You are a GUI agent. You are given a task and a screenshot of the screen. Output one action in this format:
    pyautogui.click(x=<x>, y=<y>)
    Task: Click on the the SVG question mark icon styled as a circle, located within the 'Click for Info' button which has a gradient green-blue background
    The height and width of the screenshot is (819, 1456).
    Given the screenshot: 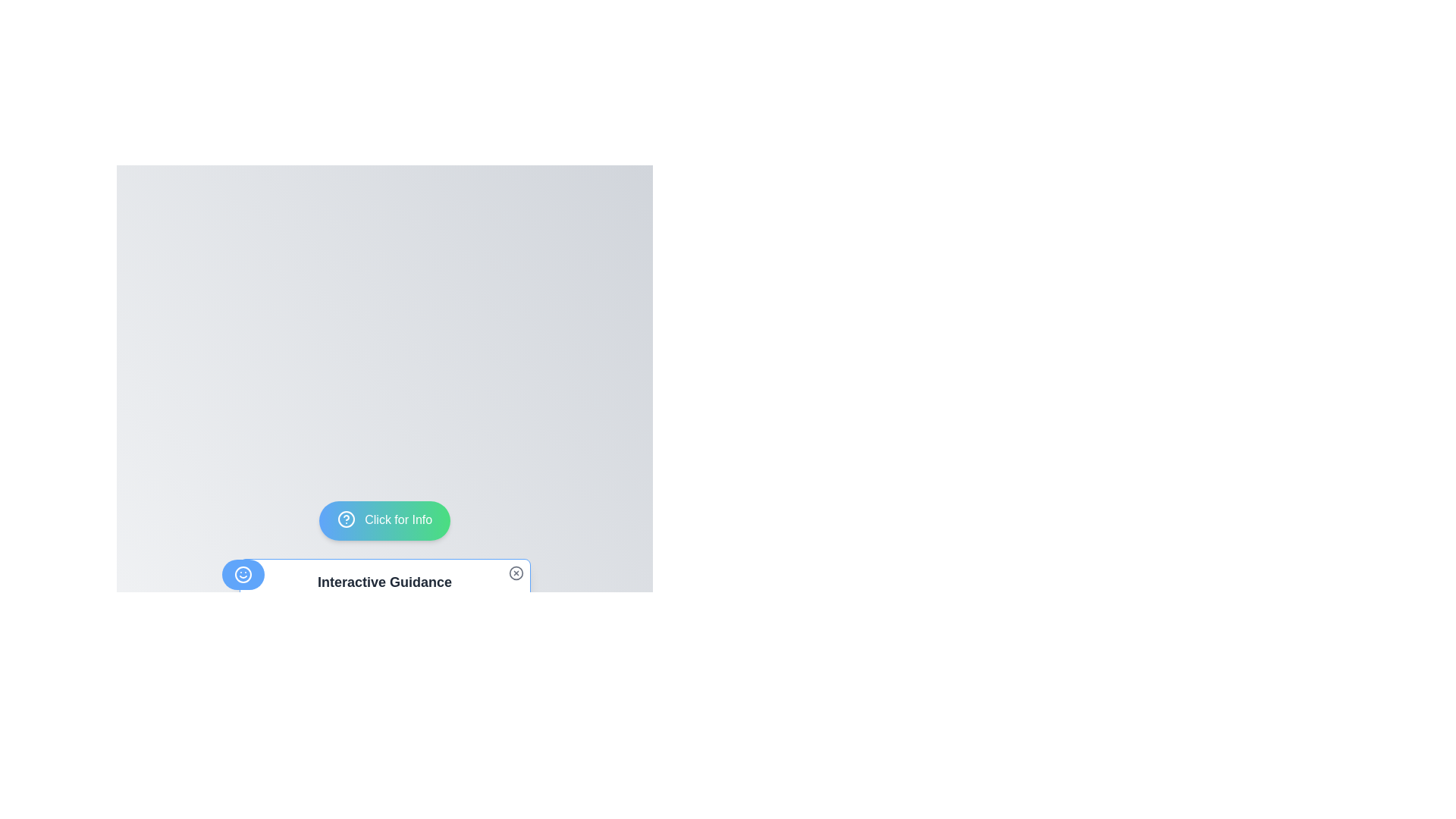 What is the action you would take?
    pyautogui.click(x=345, y=519)
    